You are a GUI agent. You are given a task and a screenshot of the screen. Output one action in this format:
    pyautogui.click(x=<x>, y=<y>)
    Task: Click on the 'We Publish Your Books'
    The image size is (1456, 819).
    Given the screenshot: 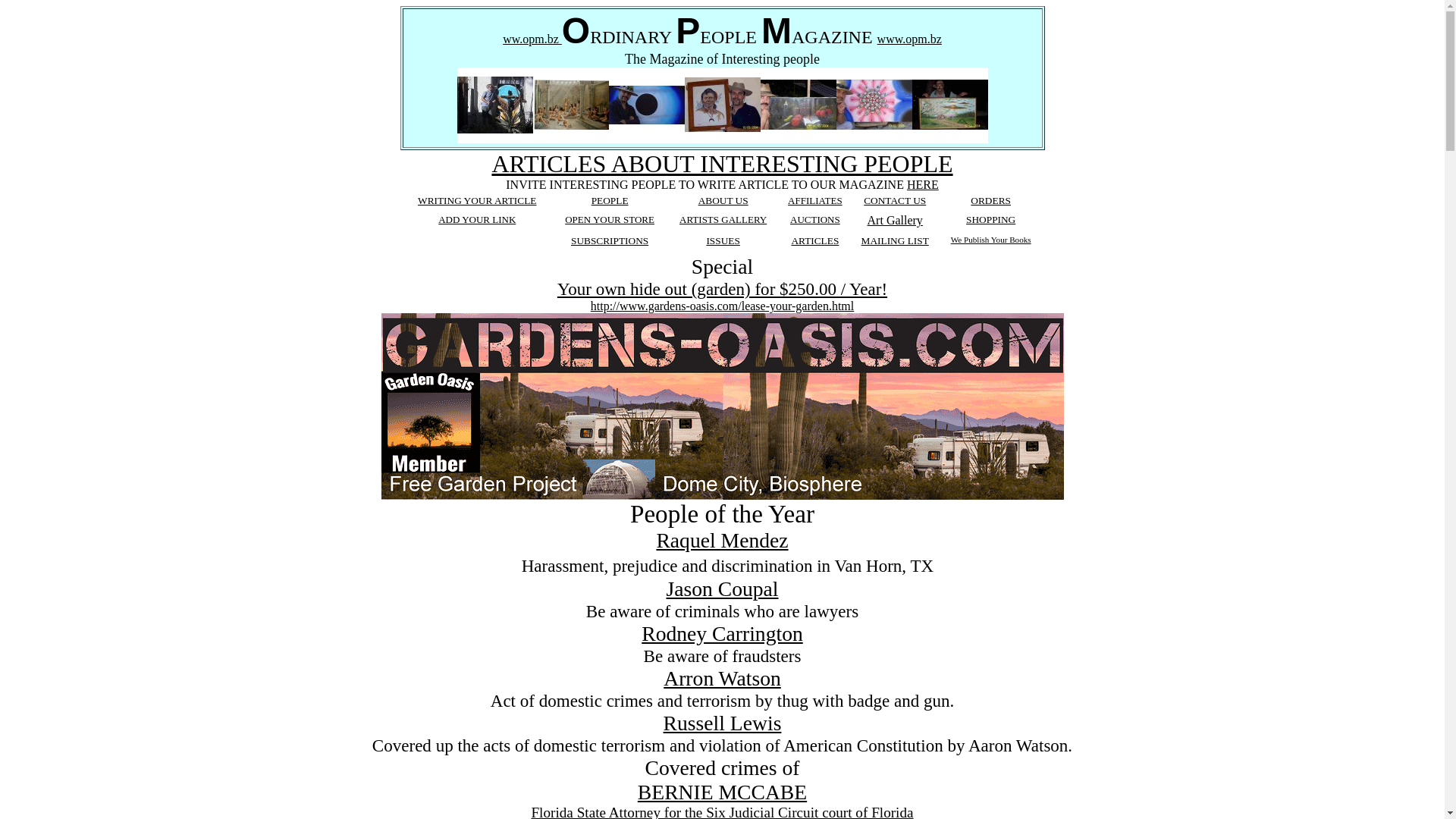 What is the action you would take?
    pyautogui.click(x=949, y=239)
    